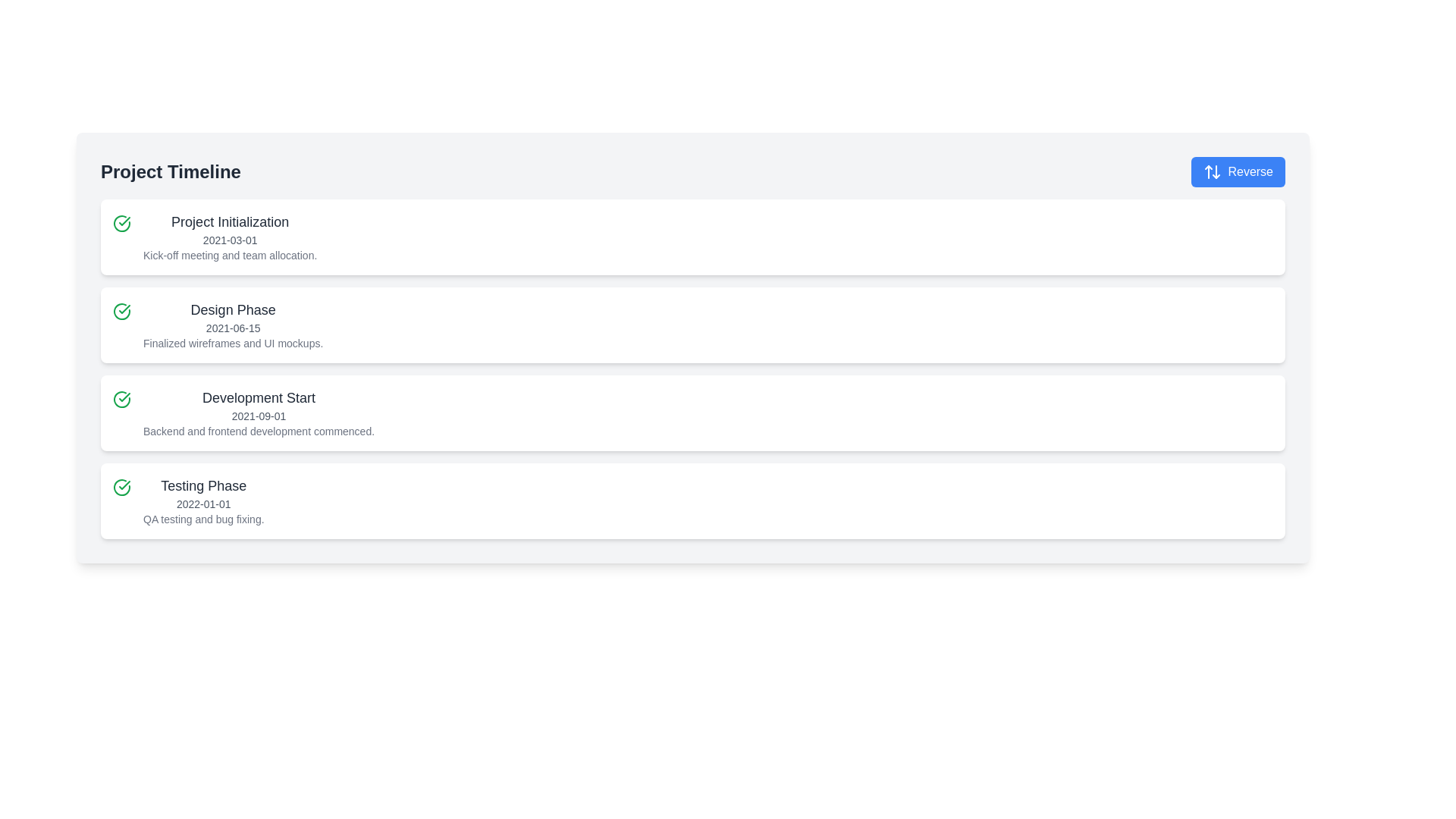  I want to click on the graphical indicator icon representing the completion status of the 'Project Initialization' phase, located to the left of the 'Project Initialization' text, so click(122, 223).